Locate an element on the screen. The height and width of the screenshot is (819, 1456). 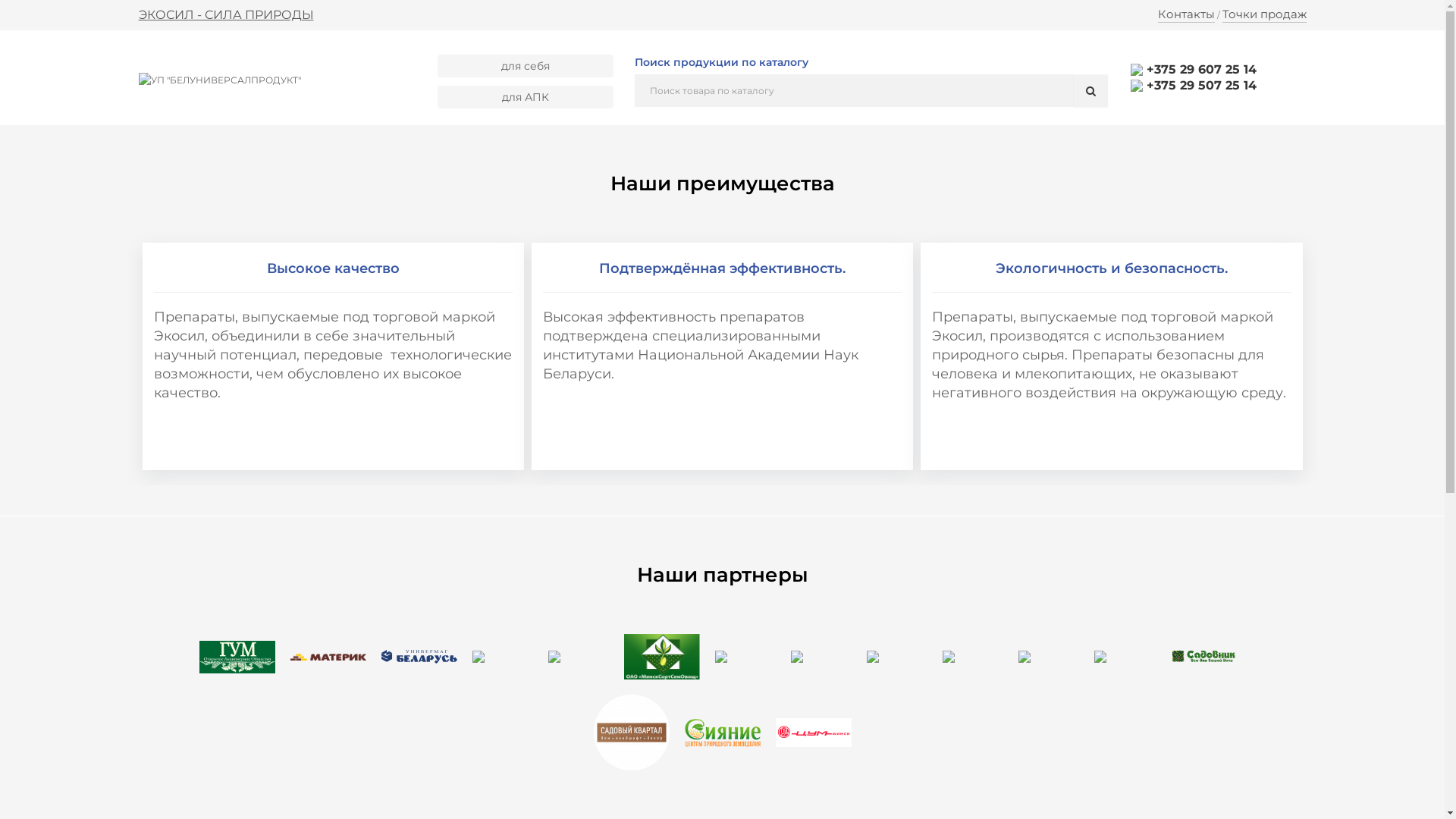
'+375 29 607 25 14' is located at coordinates (1193, 69).